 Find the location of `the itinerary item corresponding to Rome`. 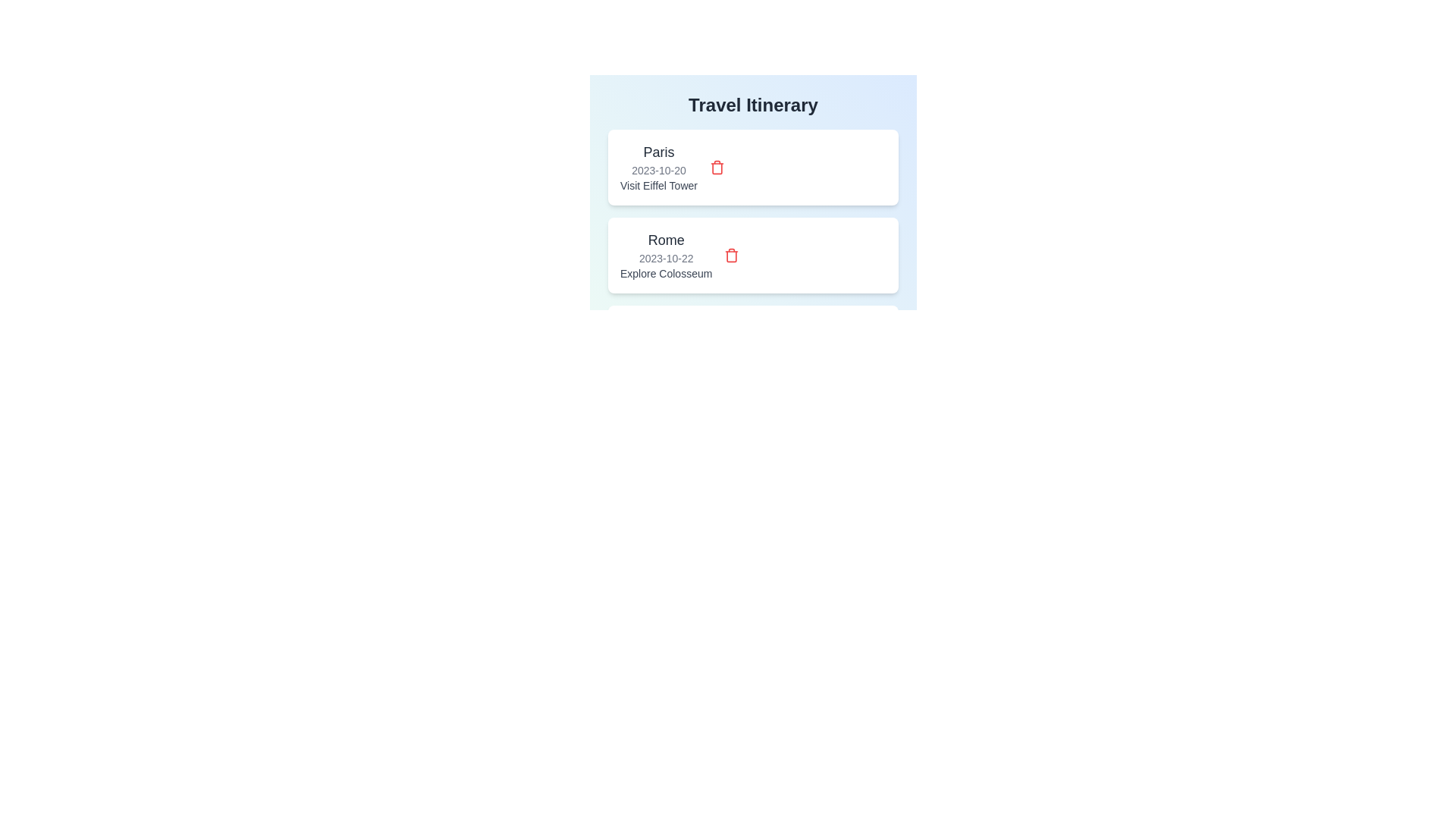

the itinerary item corresponding to Rome is located at coordinates (666, 254).